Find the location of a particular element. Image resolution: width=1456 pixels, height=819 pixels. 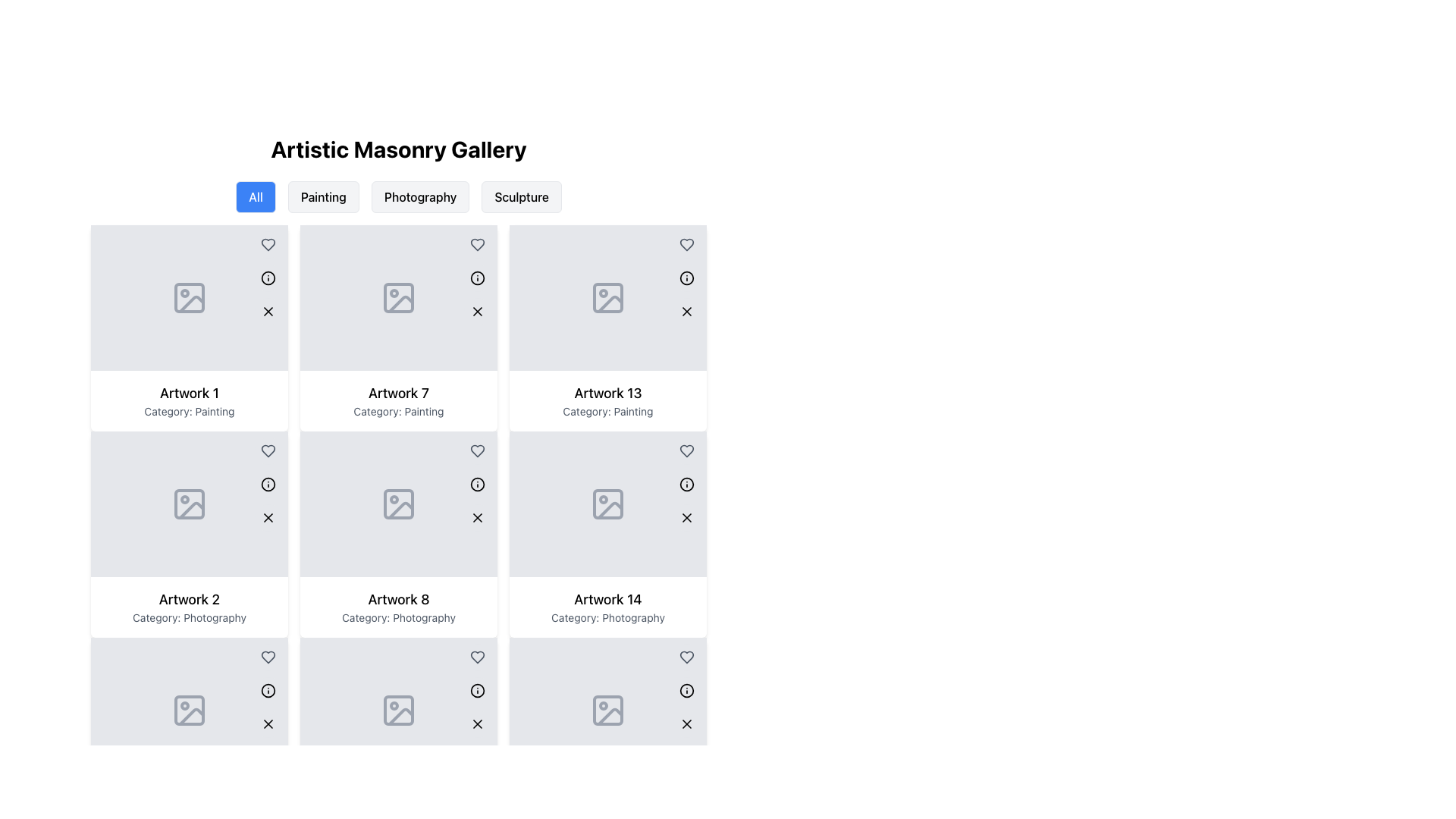

the 'favorite' button located at the top-right corner of the 'Artwork 7' card is located at coordinates (476, 450).